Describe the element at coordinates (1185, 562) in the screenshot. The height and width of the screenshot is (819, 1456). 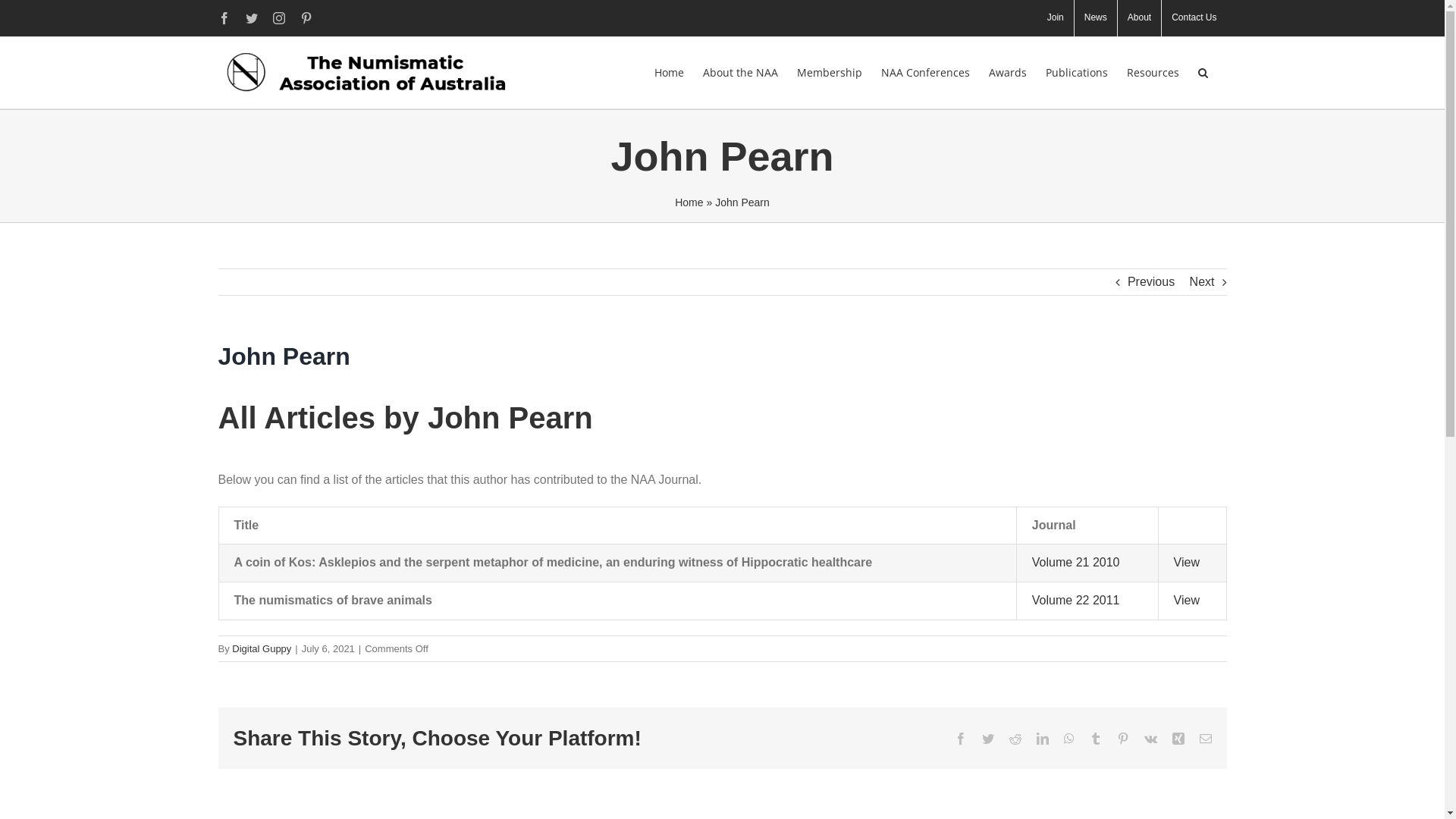
I see `'View'` at that location.